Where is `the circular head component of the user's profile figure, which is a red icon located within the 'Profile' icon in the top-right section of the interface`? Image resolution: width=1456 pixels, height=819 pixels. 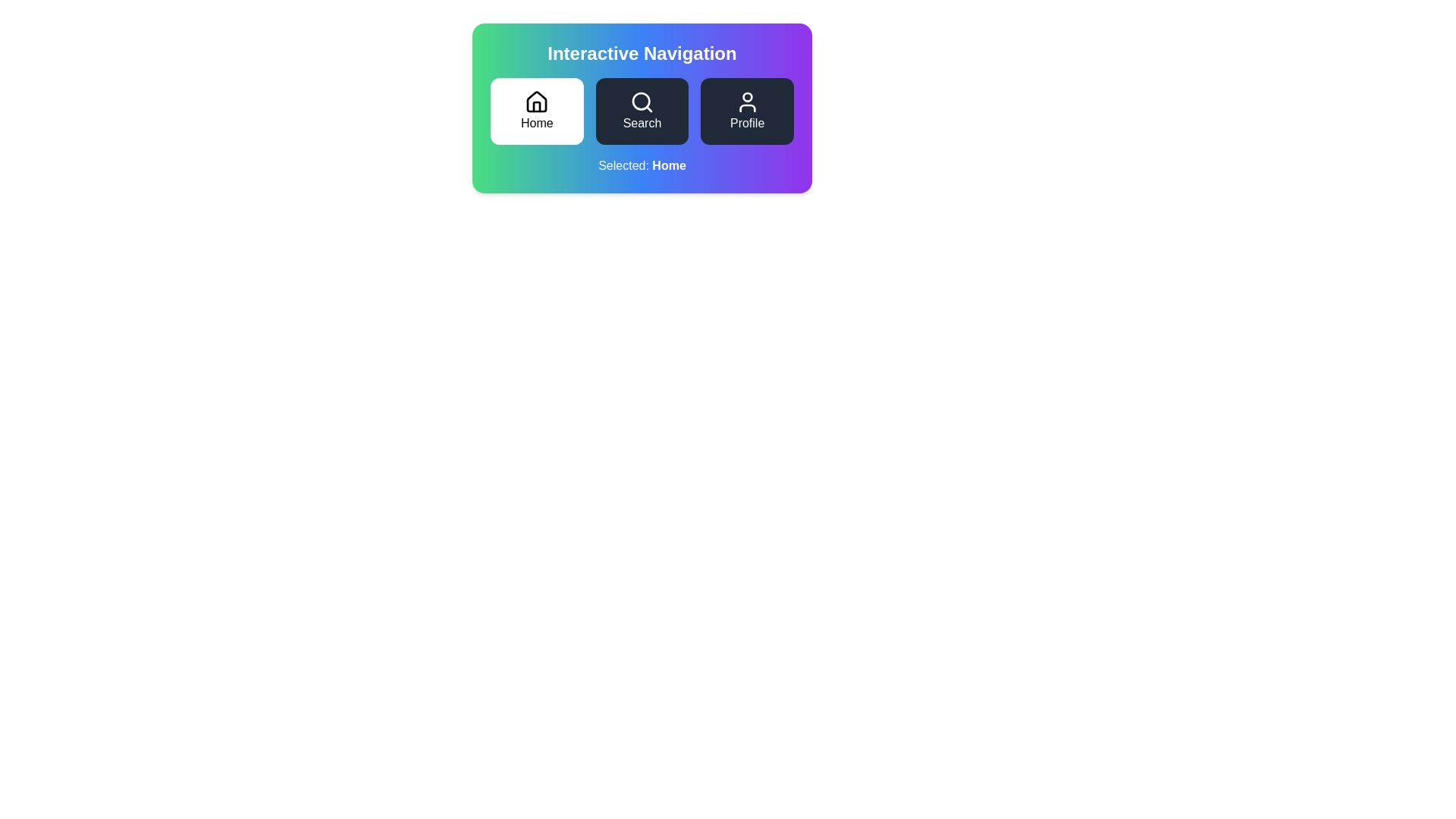
the circular head component of the user's profile figure, which is a red icon located within the 'Profile' icon in the top-right section of the interface is located at coordinates (747, 97).